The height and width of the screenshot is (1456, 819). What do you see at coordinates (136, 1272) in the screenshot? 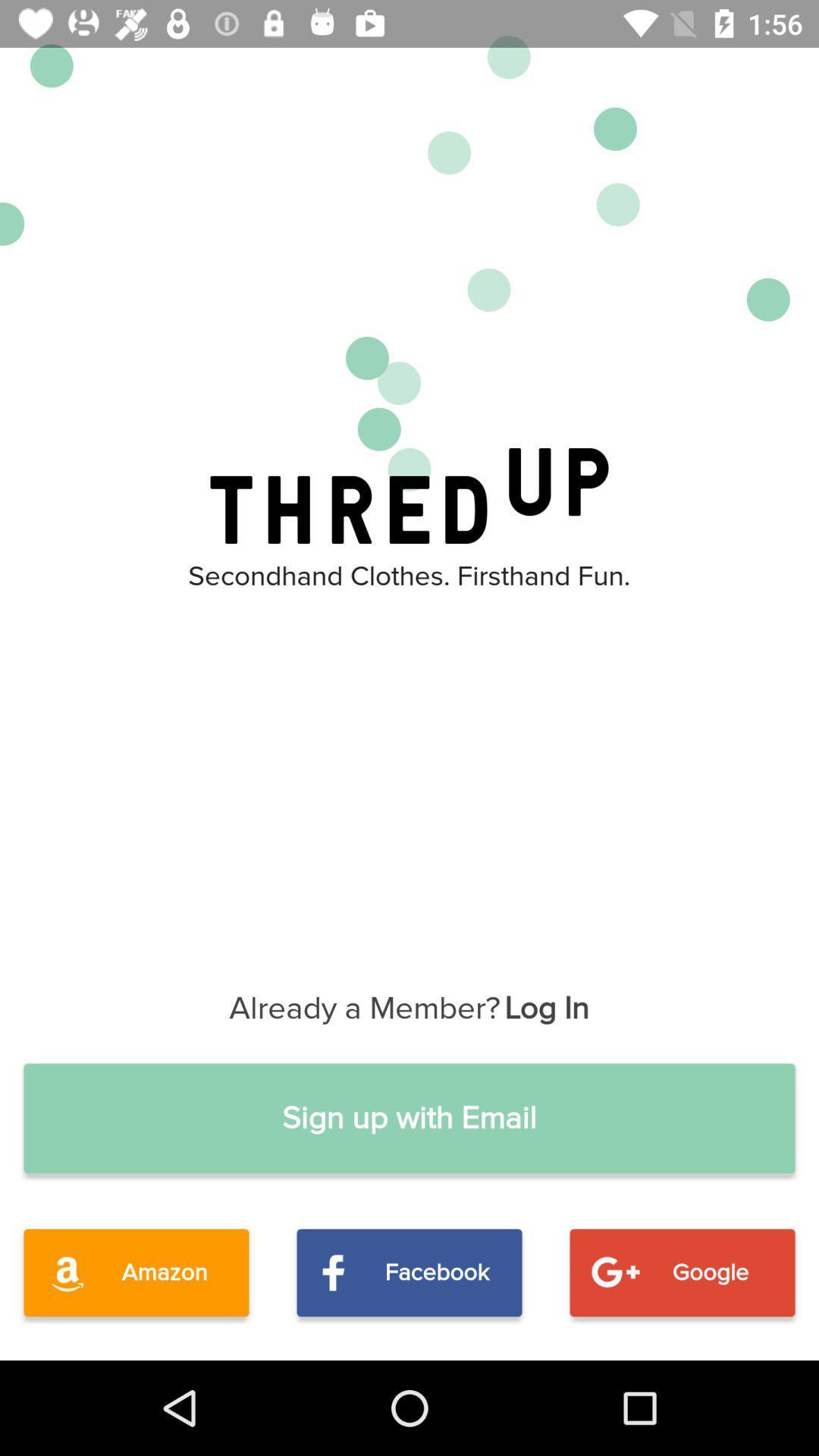
I see `item below sign up with item` at bounding box center [136, 1272].